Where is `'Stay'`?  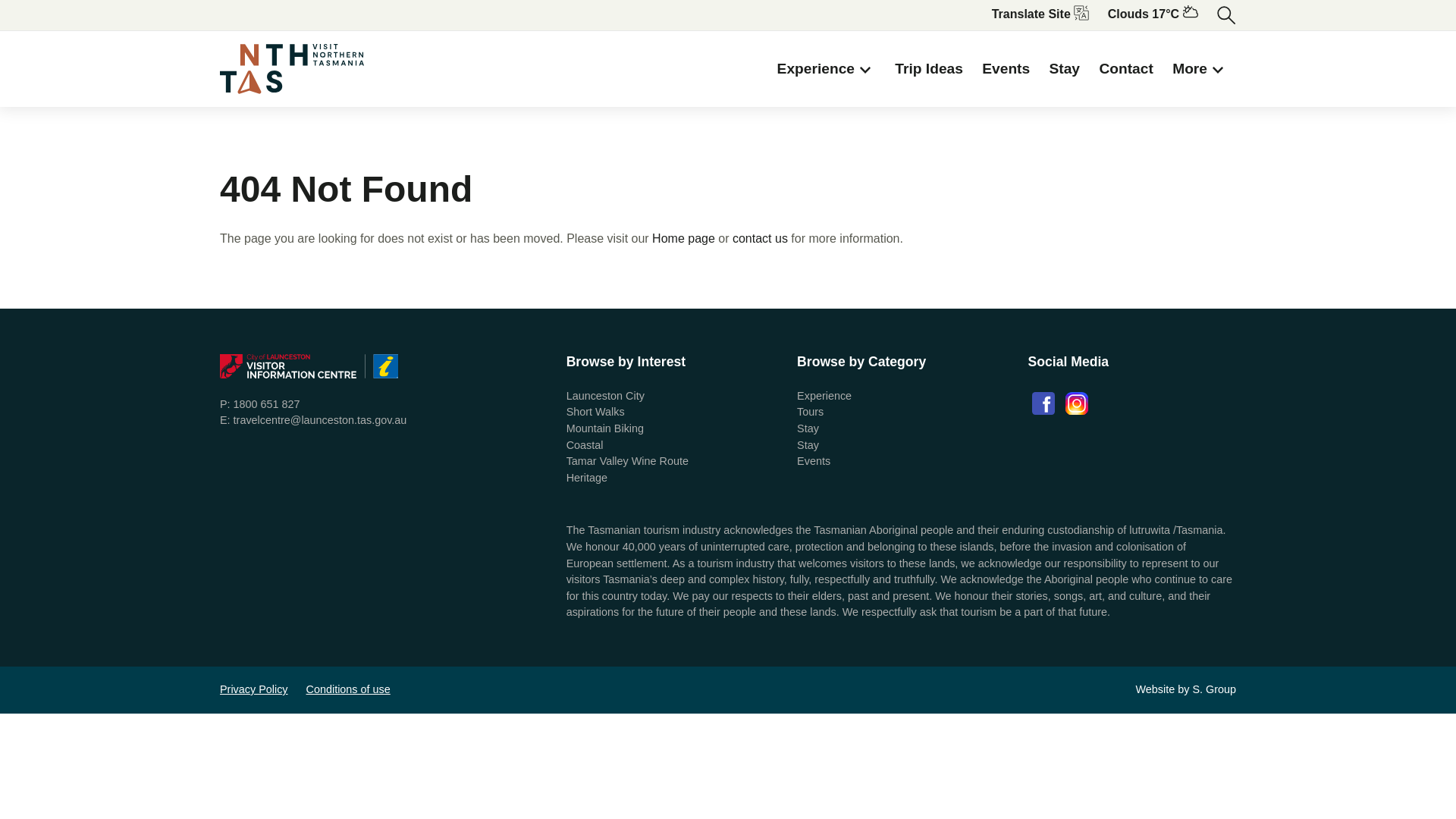
'Stay' is located at coordinates (807, 444).